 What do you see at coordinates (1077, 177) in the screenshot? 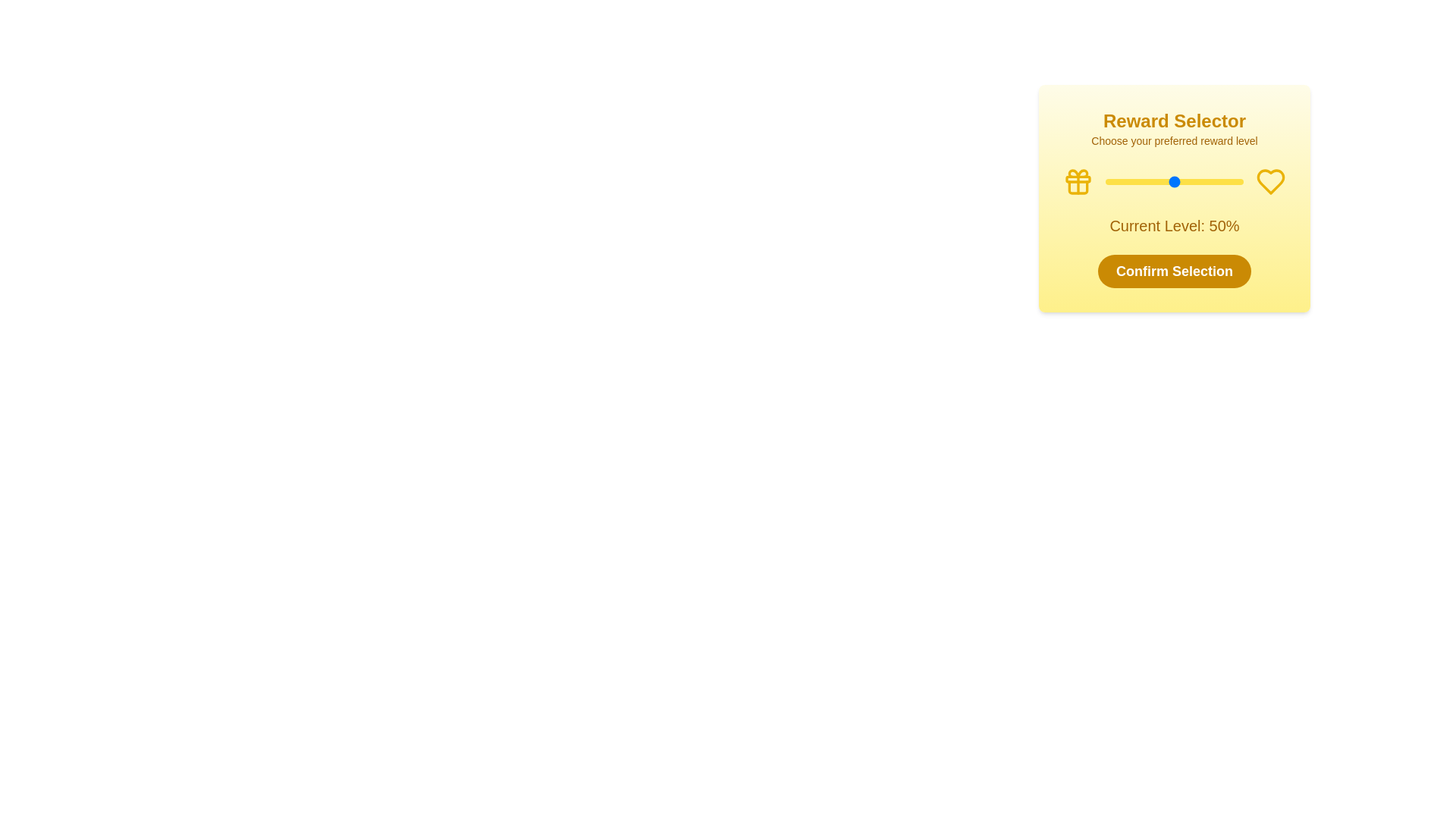
I see `the decorative graphical element (SVG rectangle) that represents the ribbon on the gift icon located on the left side of the card header in the 'Reward Selector' interface` at bounding box center [1077, 177].